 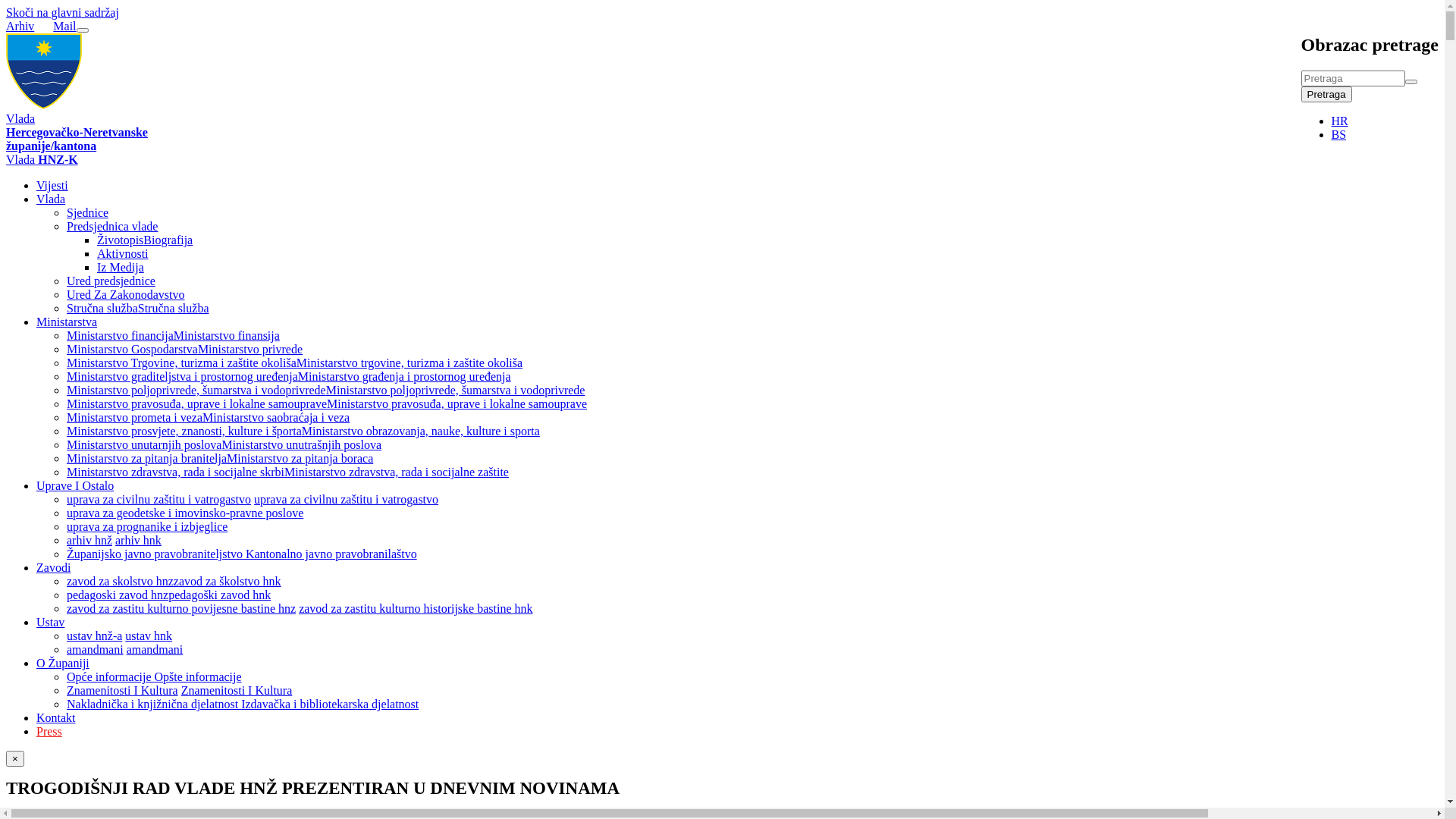 What do you see at coordinates (122, 690) in the screenshot?
I see `'Znamenitosti I Kultura'` at bounding box center [122, 690].